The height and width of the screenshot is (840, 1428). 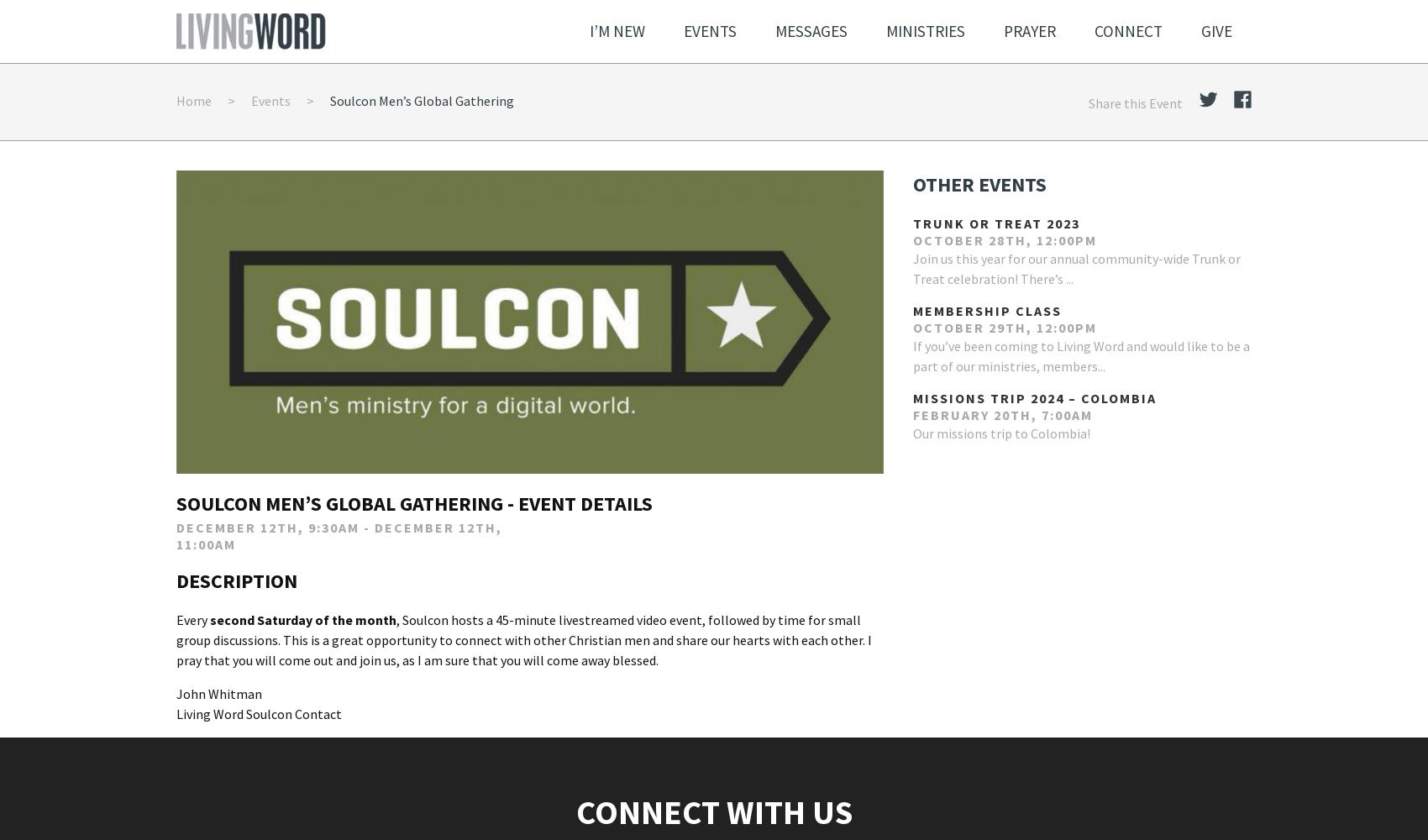 I want to click on 'Living Word Soulcon Contact', so click(x=259, y=712).